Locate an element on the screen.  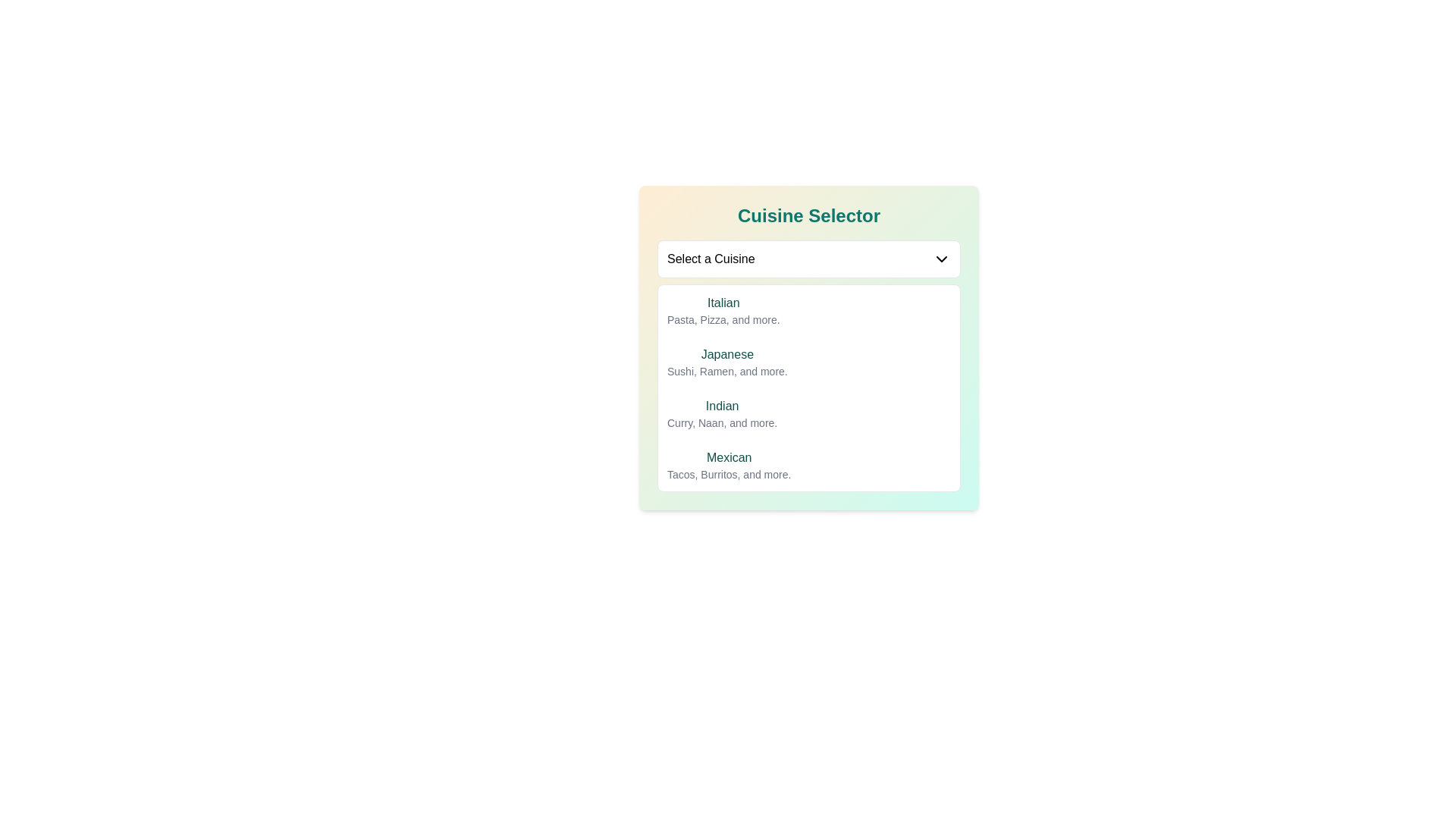
the 'Japanese' text label in the dropdown selection list is located at coordinates (726, 354).